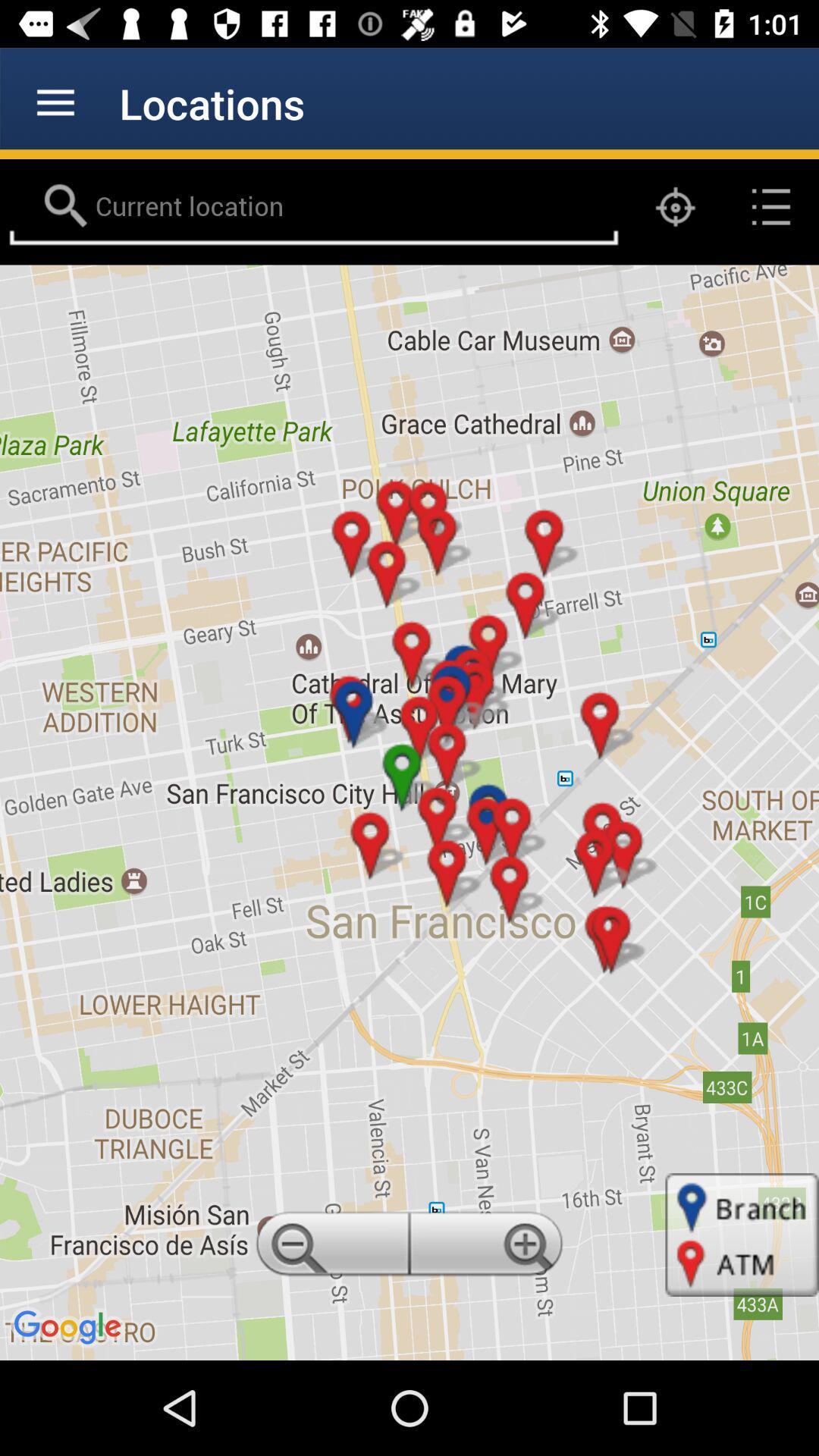 The image size is (819, 1456). What do you see at coordinates (675, 206) in the screenshot?
I see `the location_crosshair icon` at bounding box center [675, 206].